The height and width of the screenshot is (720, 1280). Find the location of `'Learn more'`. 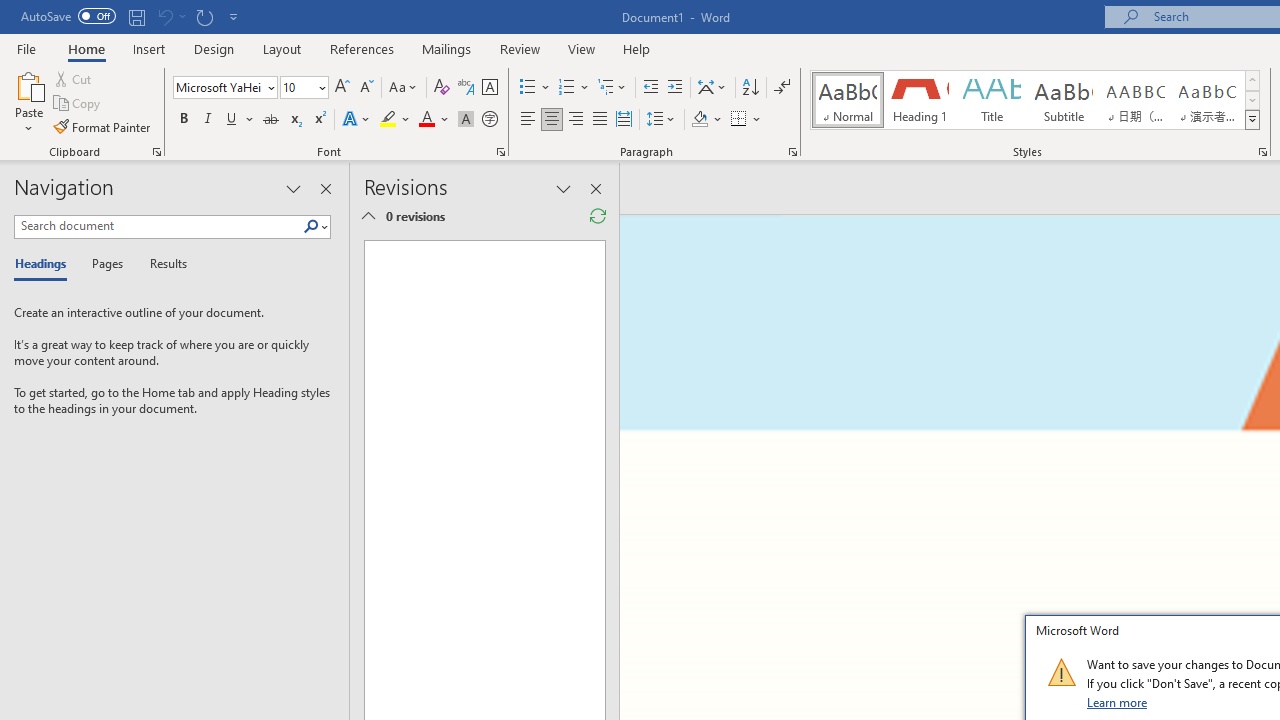

'Learn more' is located at coordinates (1117, 701).